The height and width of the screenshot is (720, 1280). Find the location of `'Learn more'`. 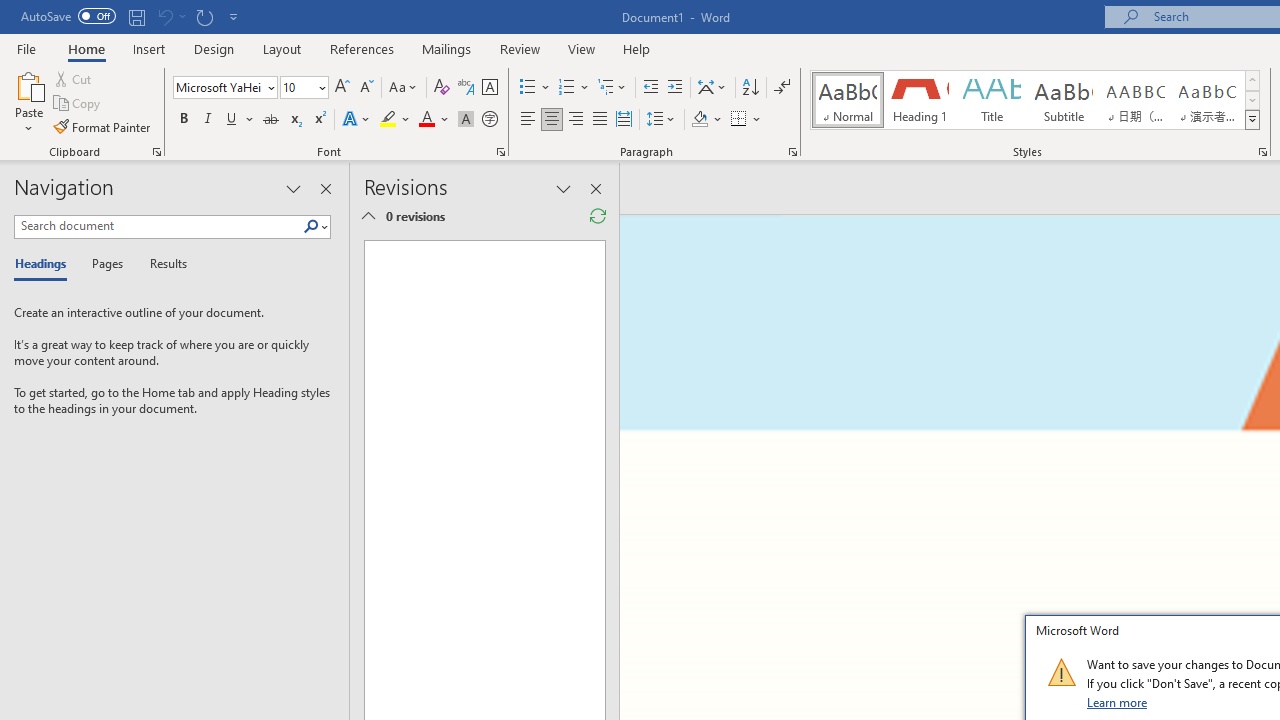

'Learn more' is located at coordinates (1117, 701).